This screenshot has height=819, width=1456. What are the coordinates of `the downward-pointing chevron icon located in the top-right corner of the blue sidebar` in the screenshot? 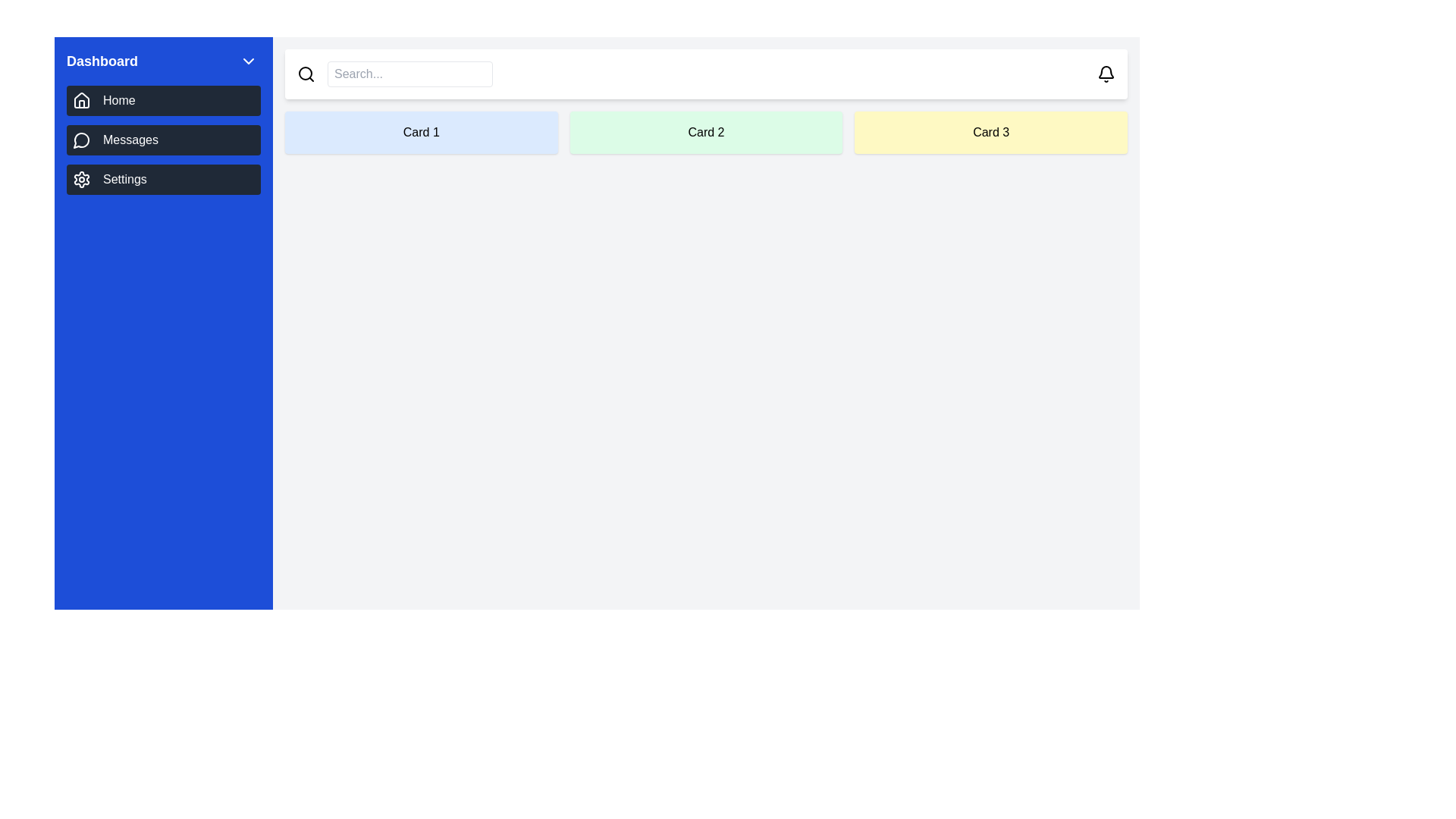 It's located at (248, 61).